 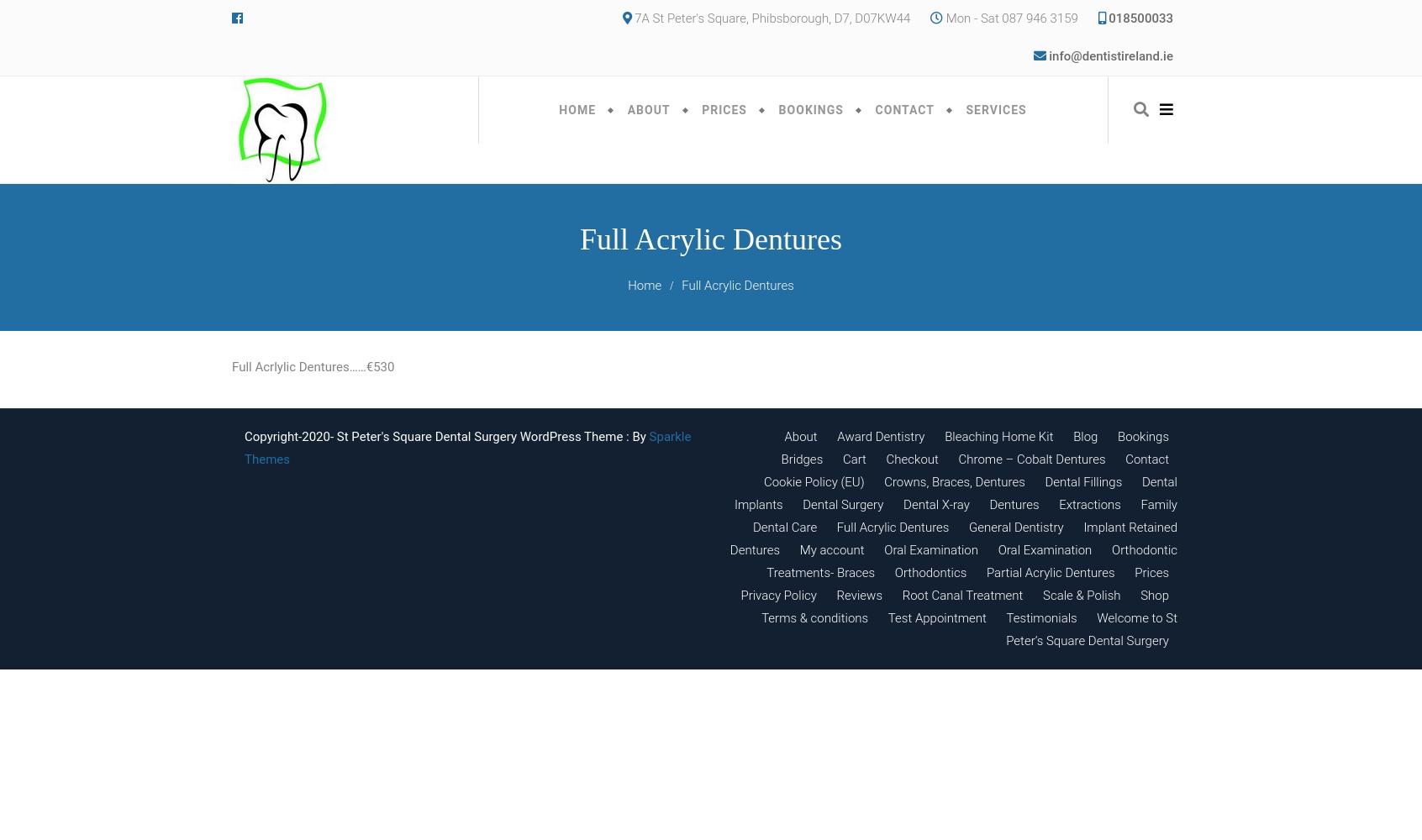 What do you see at coordinates (1088, 504) in the screenshot?
I see `'Extractions'` at bounding box center [1088, 504].